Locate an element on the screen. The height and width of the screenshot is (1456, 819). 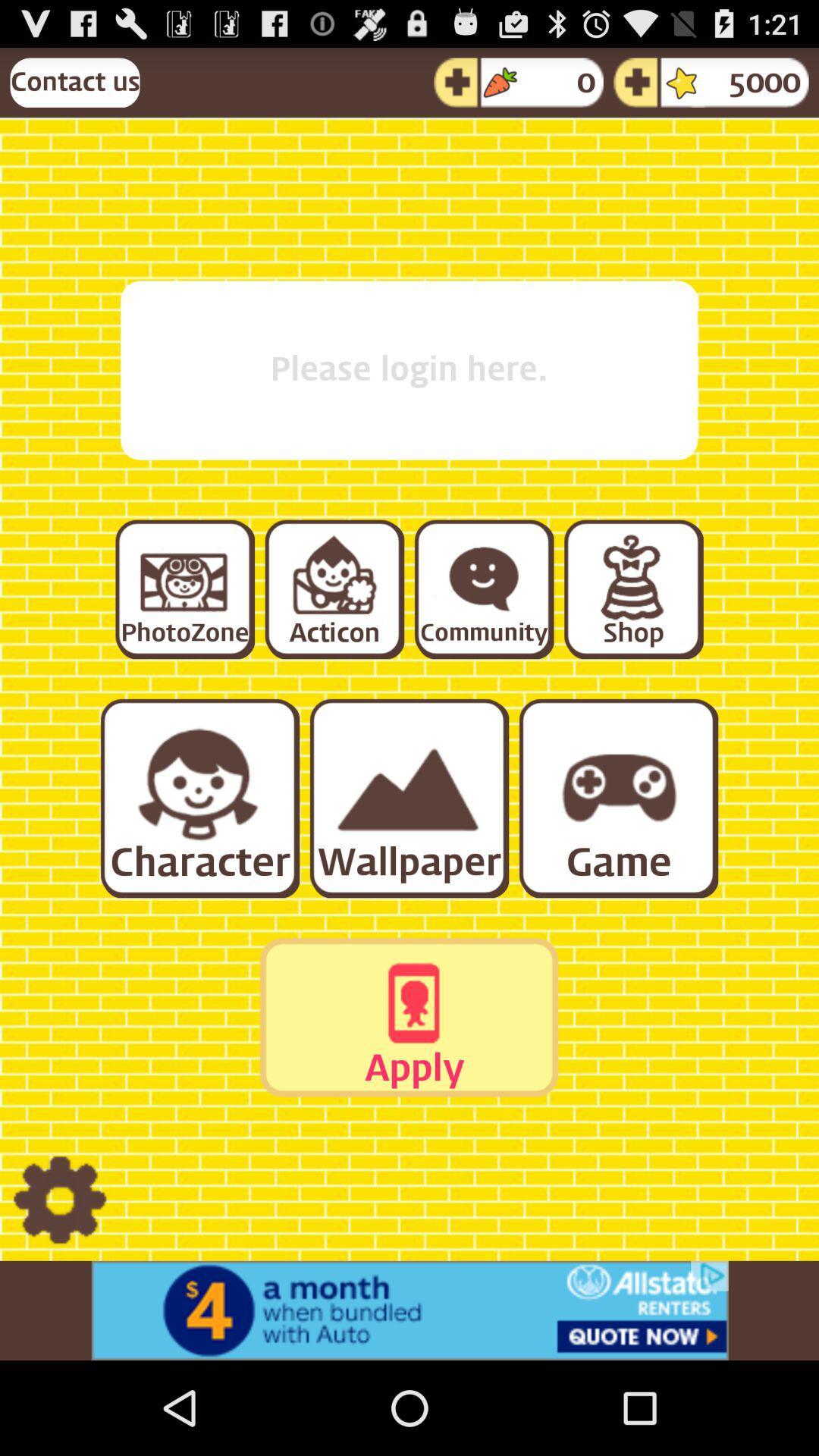
community is located at coordinates (483, 588).